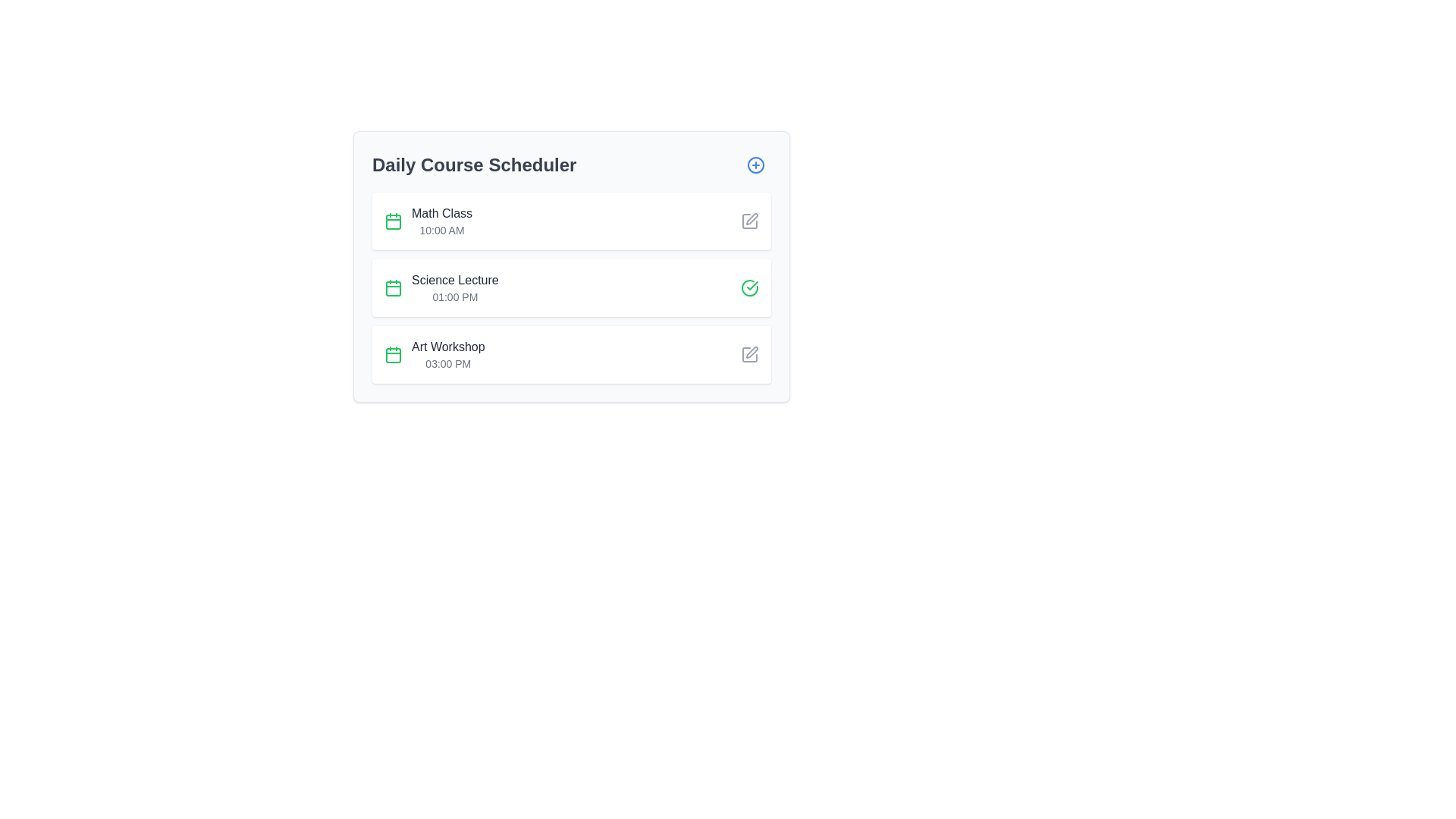  What do you see at coordinates (393, 354) in the screenshot?
I see `the calendar icon with a green outline located in the first position under the 'Art Workshop 03:00 PM' entry in the Daily Course Scheduler` at bounding box center [393, 354].